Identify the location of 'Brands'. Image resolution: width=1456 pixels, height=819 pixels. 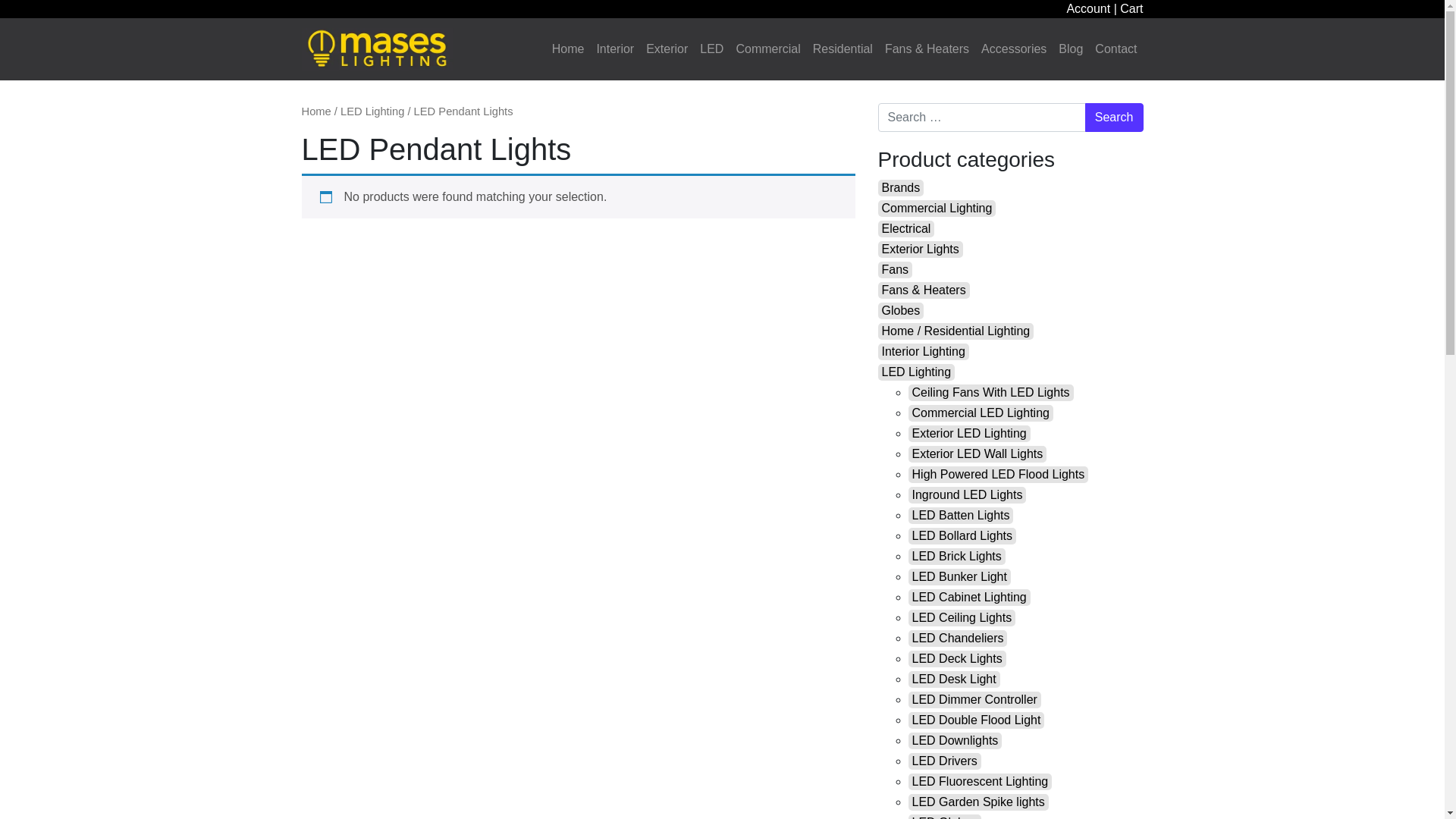
(901, 187).